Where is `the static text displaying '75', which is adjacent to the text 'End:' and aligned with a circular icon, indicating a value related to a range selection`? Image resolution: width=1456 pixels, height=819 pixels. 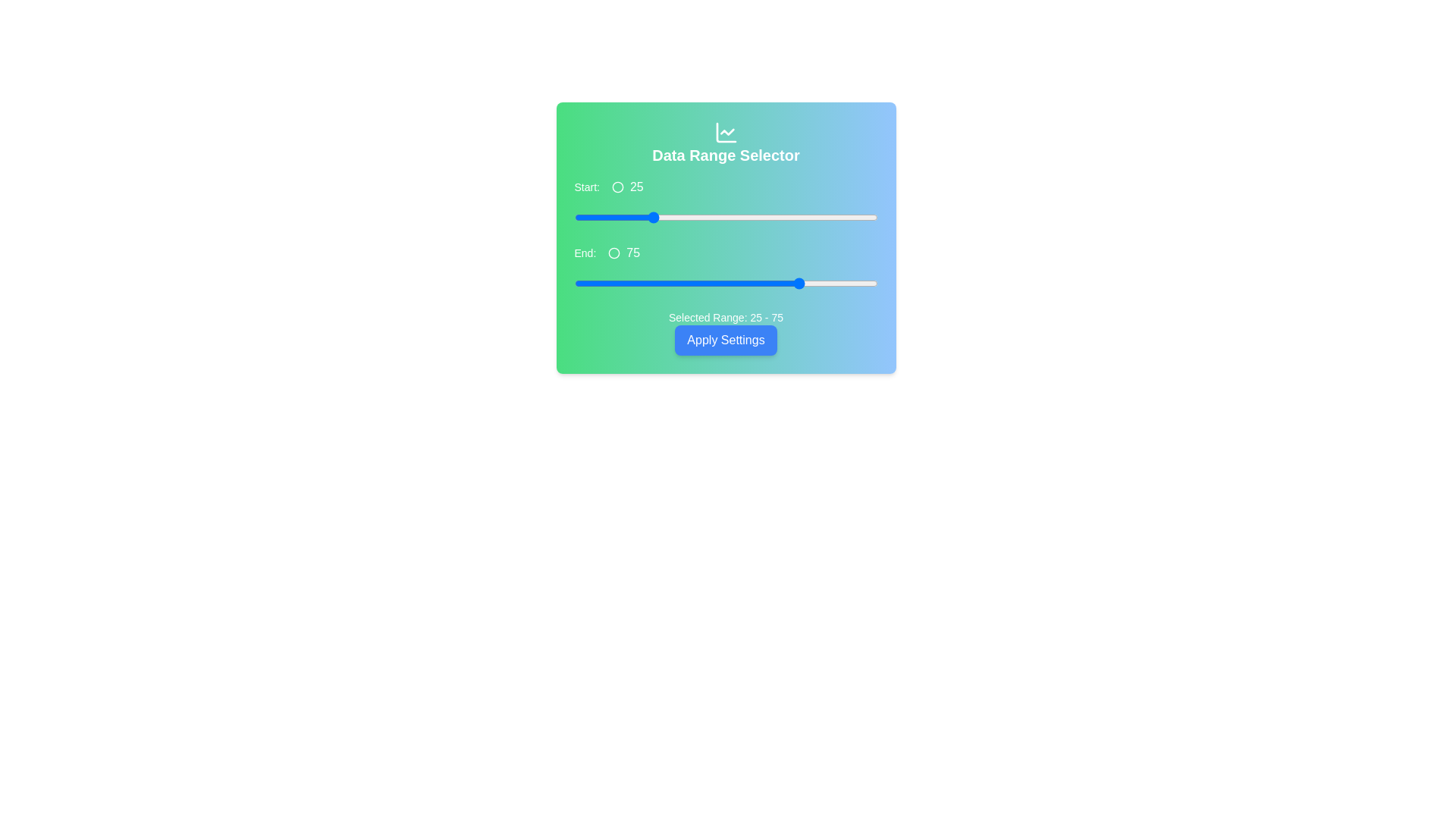 the static text displaying '75', which is adjacent to the text 'End:' and aligned with a circular icon, indicating a value related to a range selection is located at coordinates (633, 253).